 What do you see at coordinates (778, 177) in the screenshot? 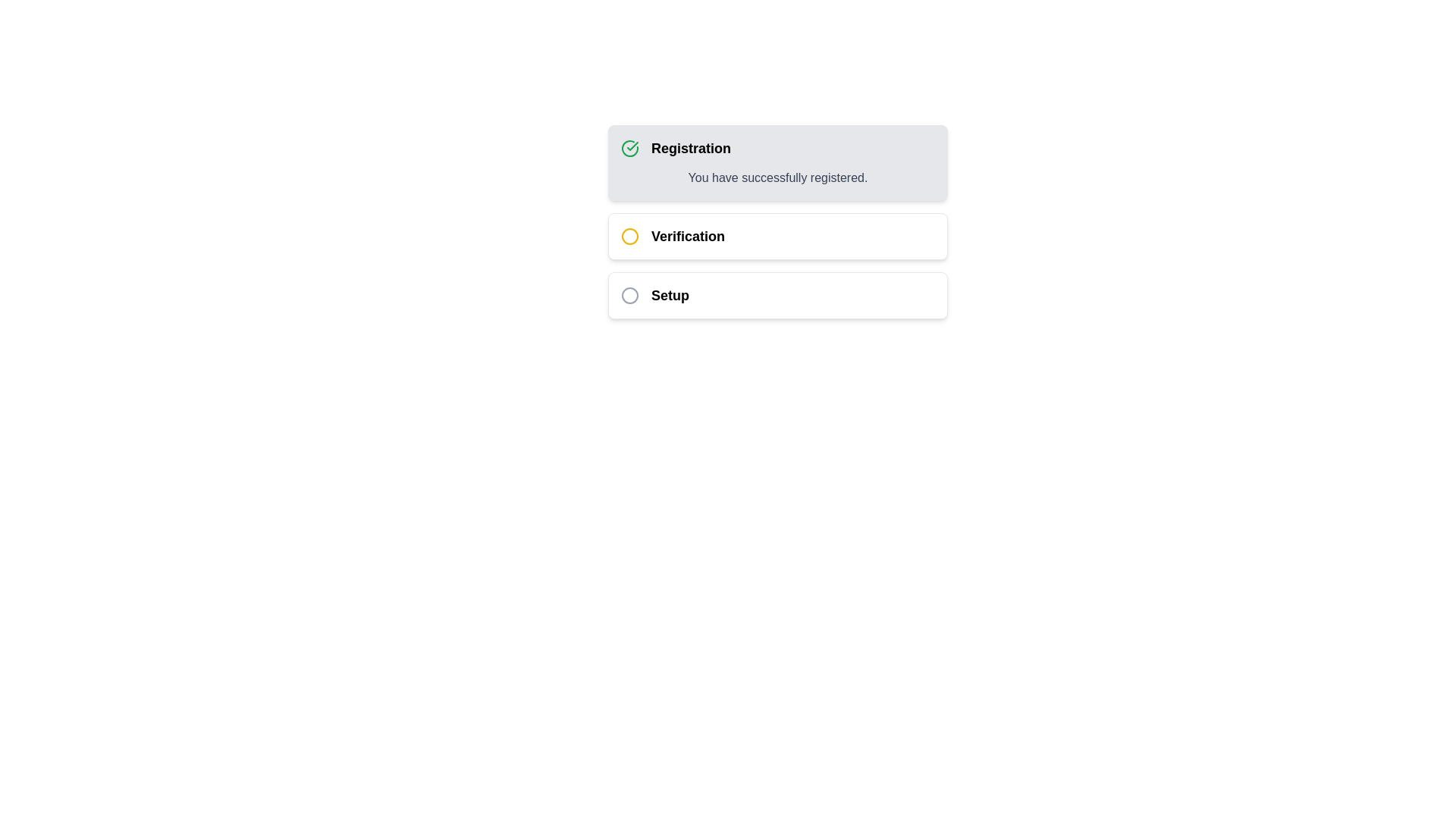
I see `the static text message confirming successful registration, located below the 'Registration' header and above the 'Verification' step` at bounding box center [778, 177].